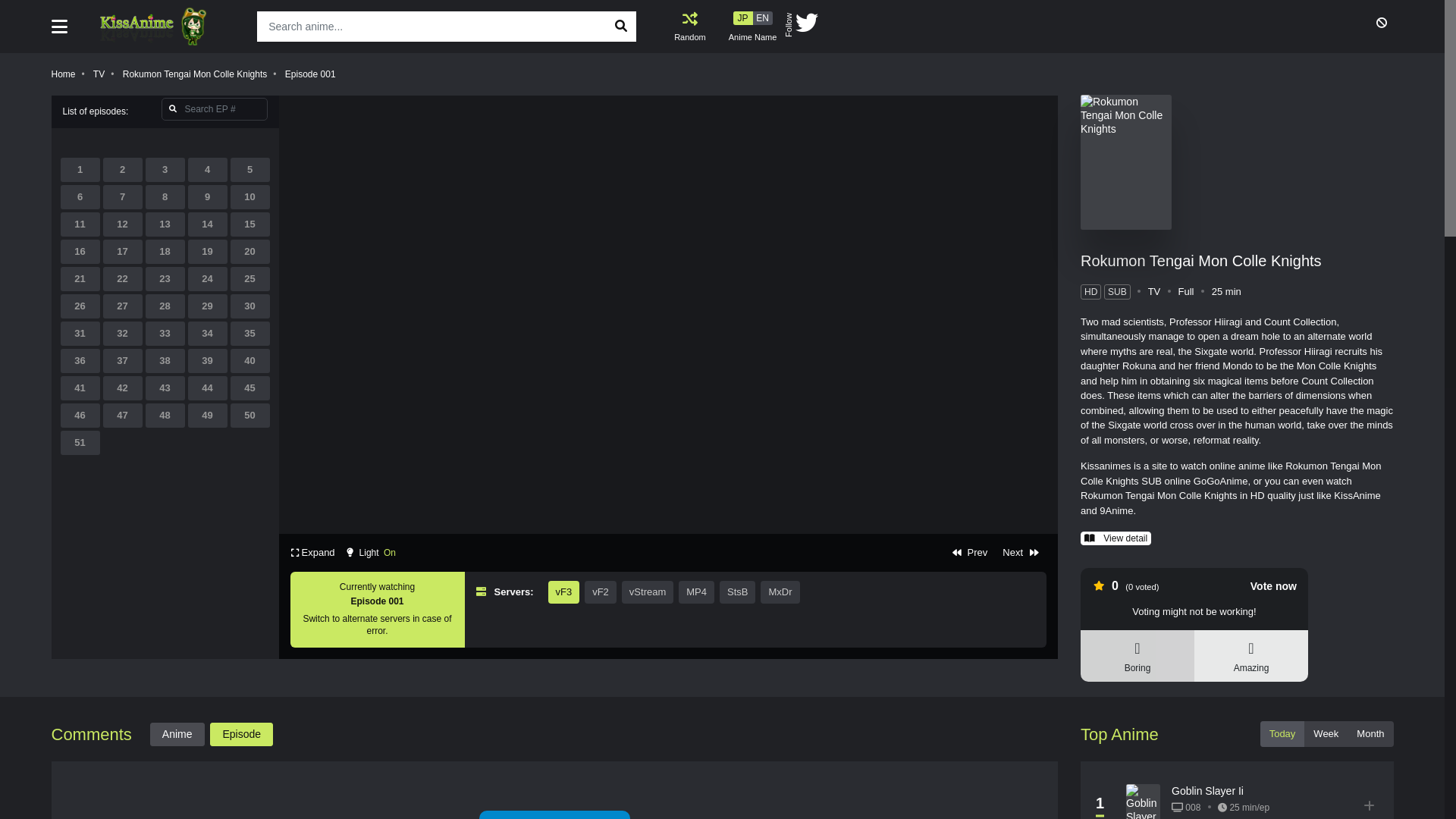  Describe the element at coordinates (284, 74) in the screenshot. I see `'Episode 001'` at that location.